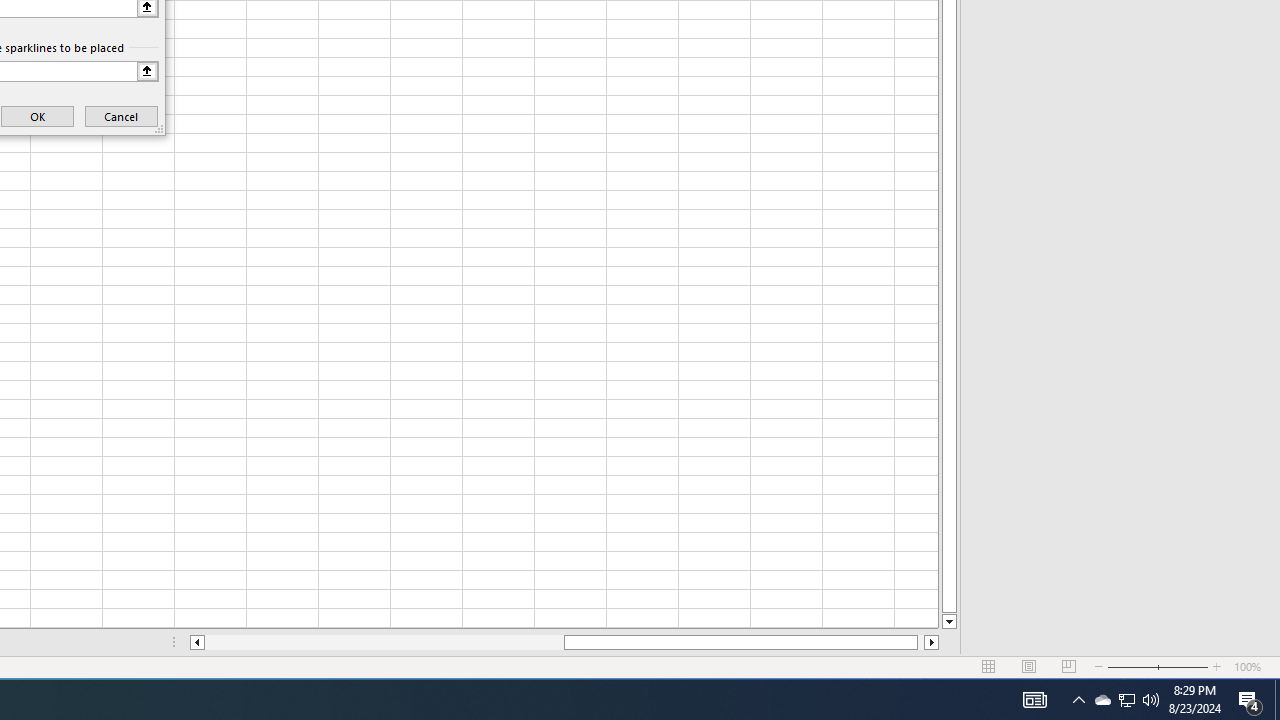  I want to click on 'Column right', so click(931, 642).